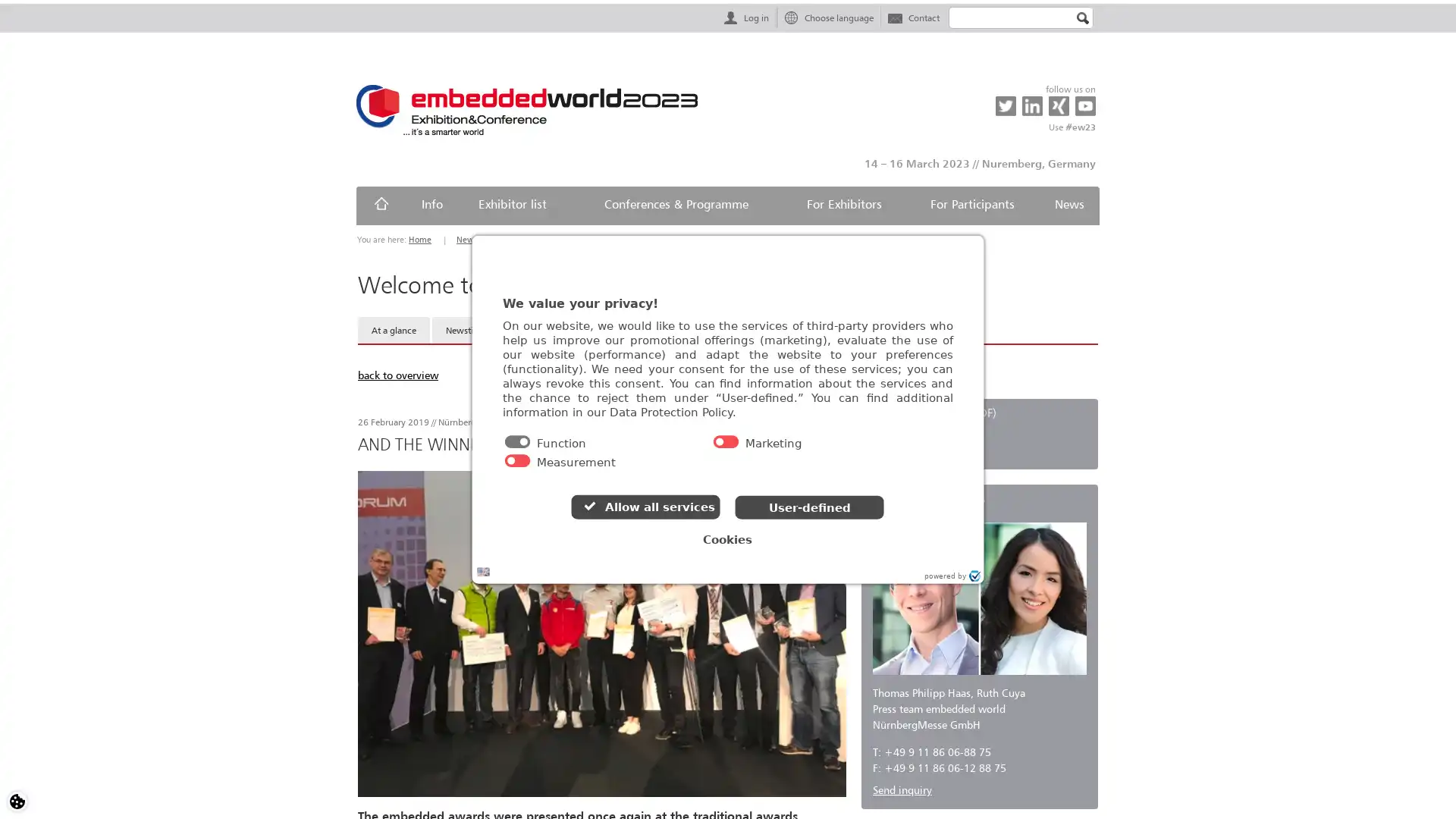 This screenshot has width=1456, height=819. What do you see at coordinates (615, 329) in the screenshot?
I see `Photos` at bounding box center [615, 329].